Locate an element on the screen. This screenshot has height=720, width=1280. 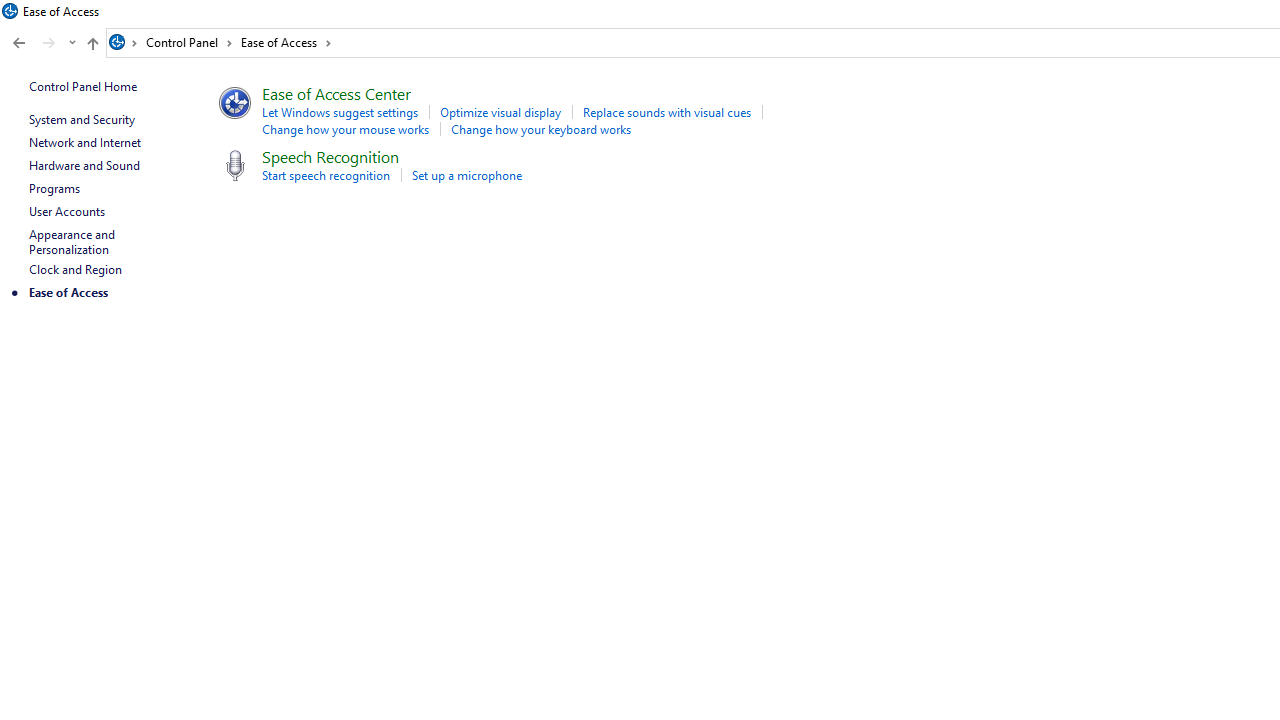
'Change how your mouse works' is located at coordinates (345, 129).